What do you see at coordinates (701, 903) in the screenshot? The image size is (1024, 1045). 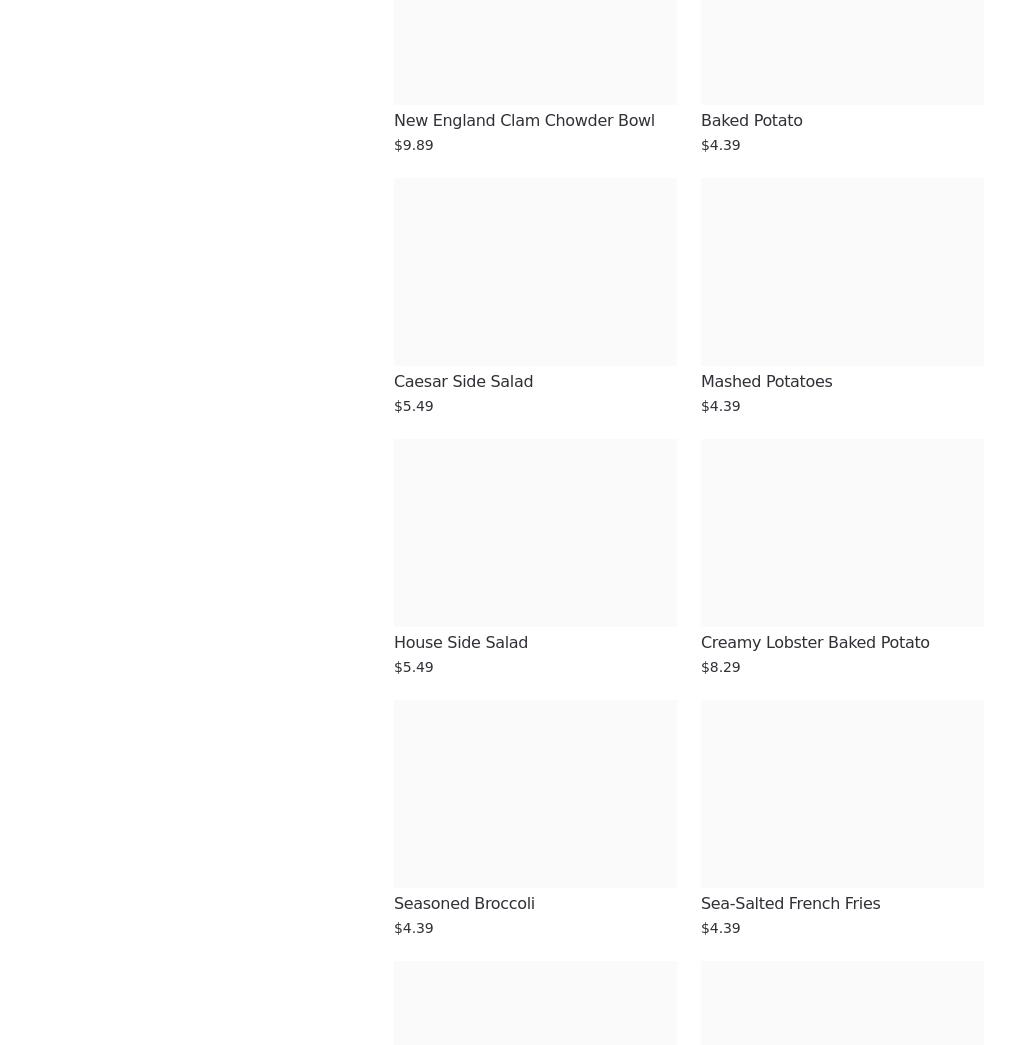 I see `'Sea-Salted French Fries'` at bounding box center [701, 903].